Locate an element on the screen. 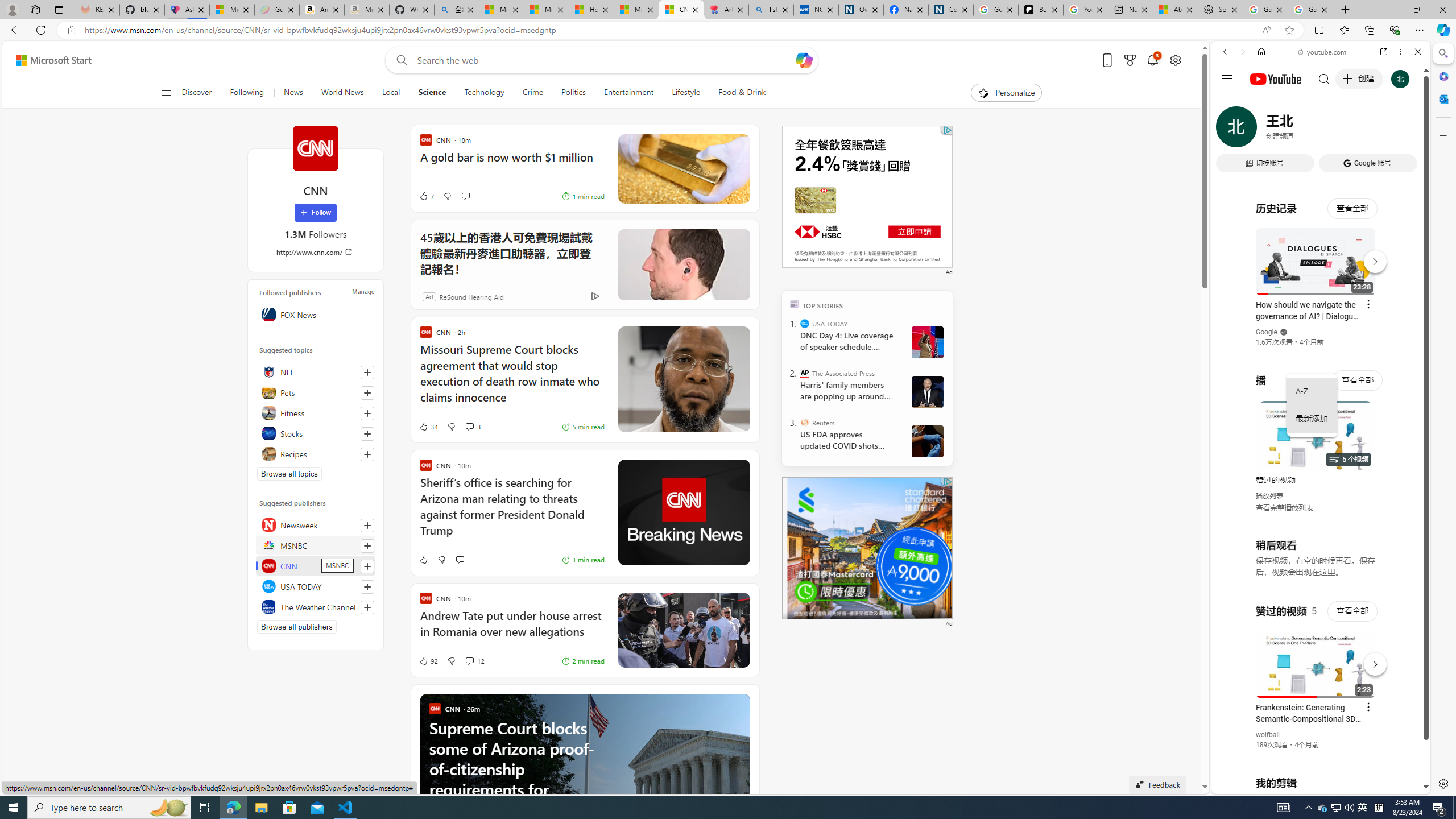 Image resolution: width=1456 pixels, height=819 pixels. 'View comments 3 Comment' is located at coordinates (471, 427).